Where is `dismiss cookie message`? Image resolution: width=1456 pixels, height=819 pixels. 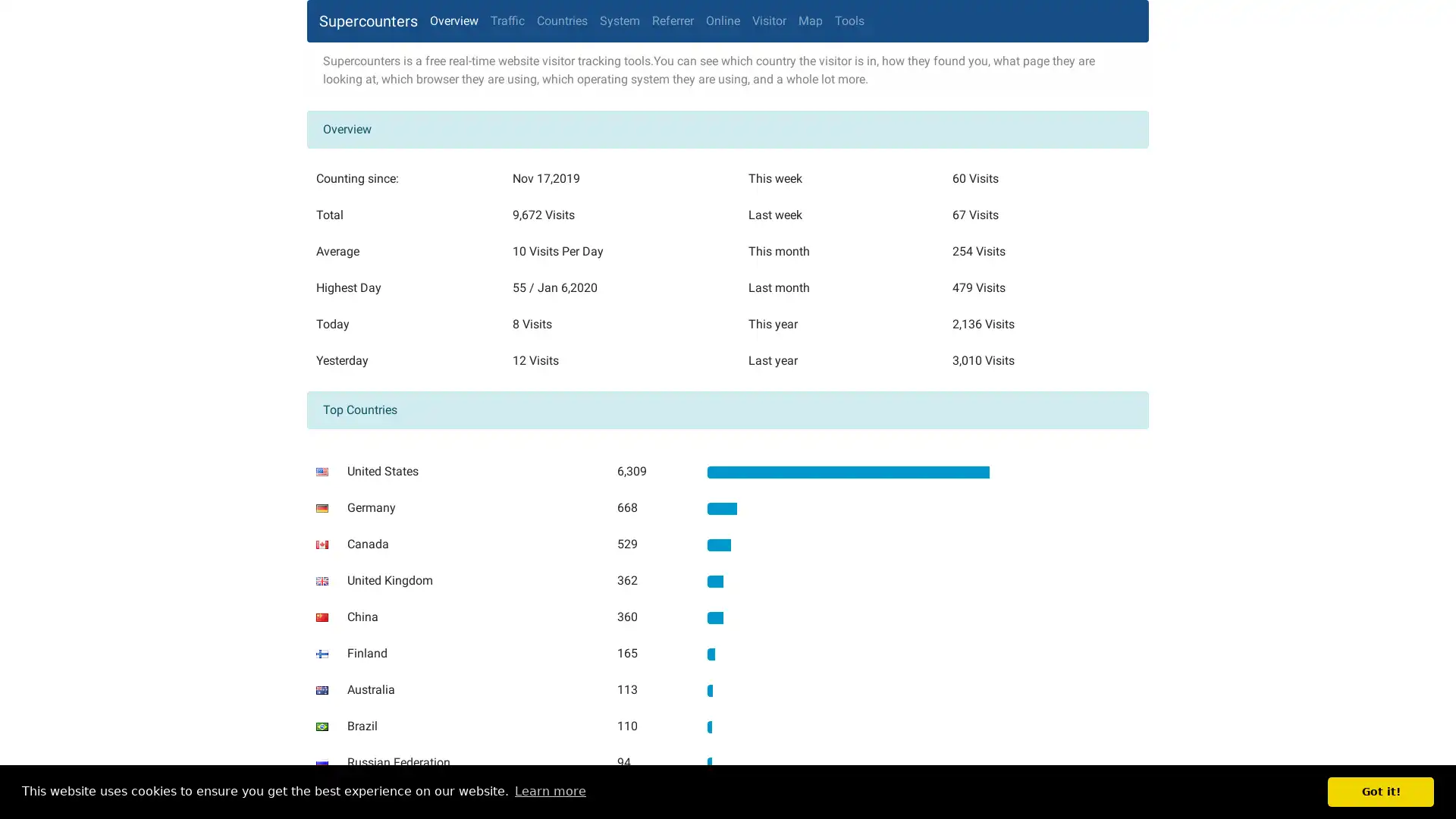
dismiss cookie message is located at coordinates (1380, 791).